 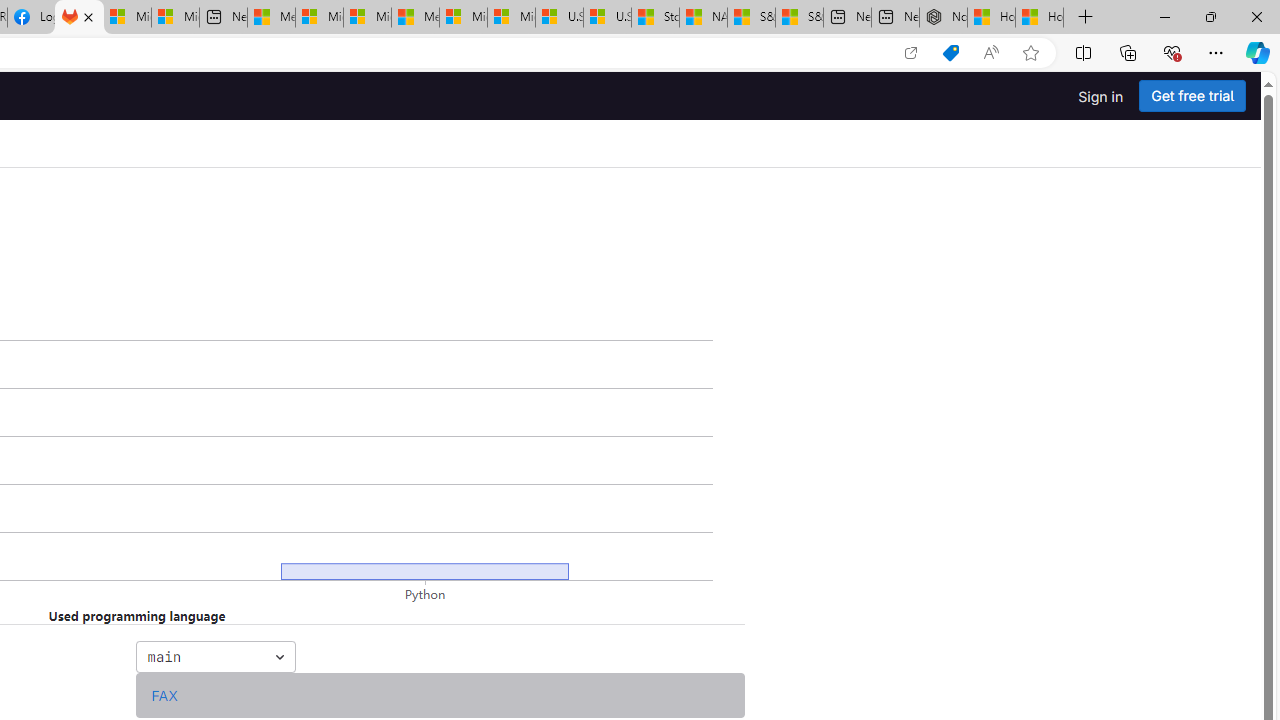 I want to click on 'Microsoft account | Home', so click(x=367, y=17).